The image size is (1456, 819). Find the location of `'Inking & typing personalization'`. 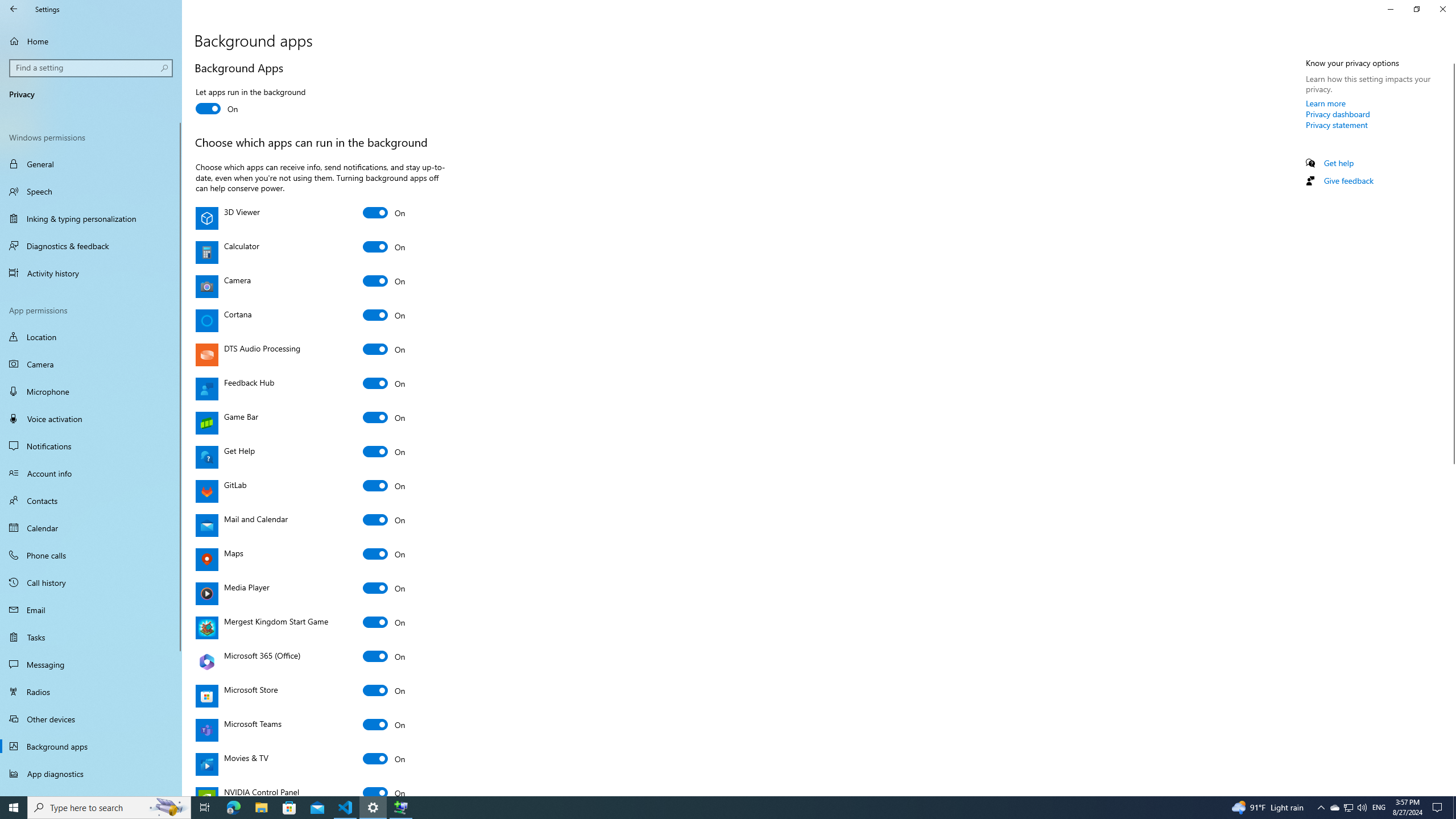

'Inking & typing personalization' is located at coordinates (90, 217).